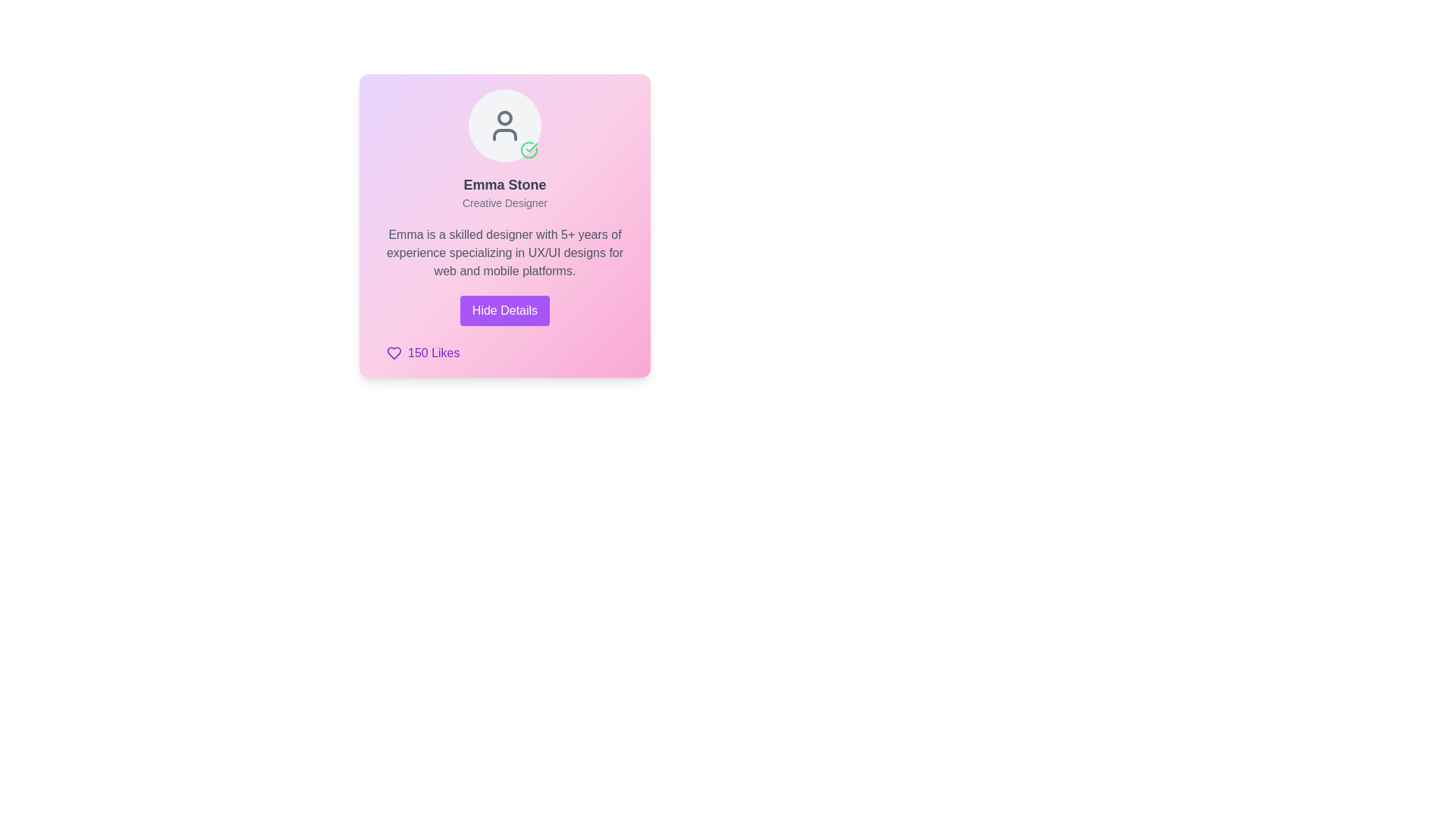 The width and height of the screenshot is (1456, 819). Describe the element at coordinates (505, 124) in the screenshot. I see `the Profile Picture or Avatar Indicator for 'Emma Stone', which is located at the top-center of the card, above her name and designation` at that location.